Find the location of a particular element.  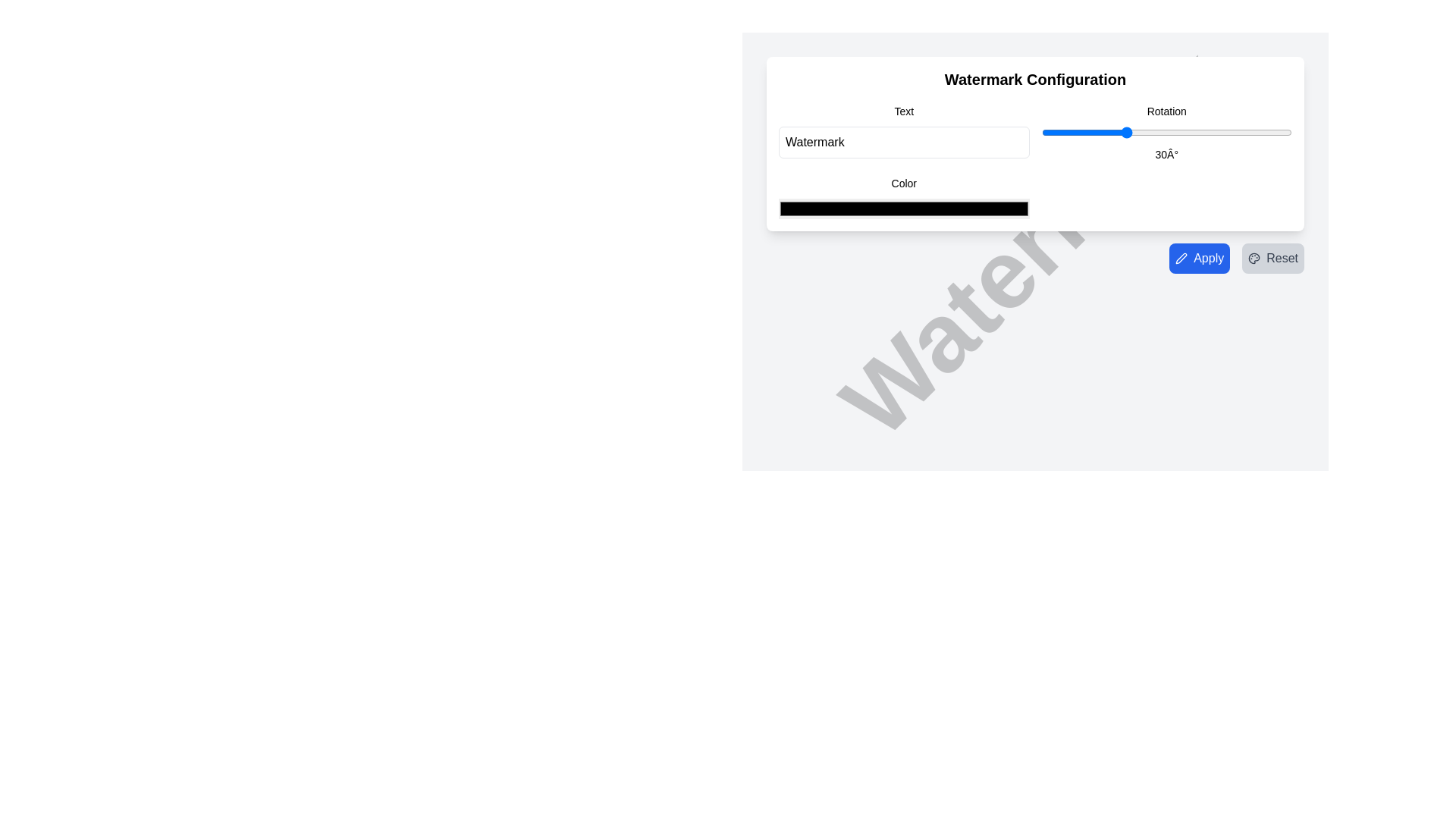

on the color input field, which has a black background and is located beneath the 'Color' label in the 'Watermark Configuration' section is located at coordinates (904, 209).